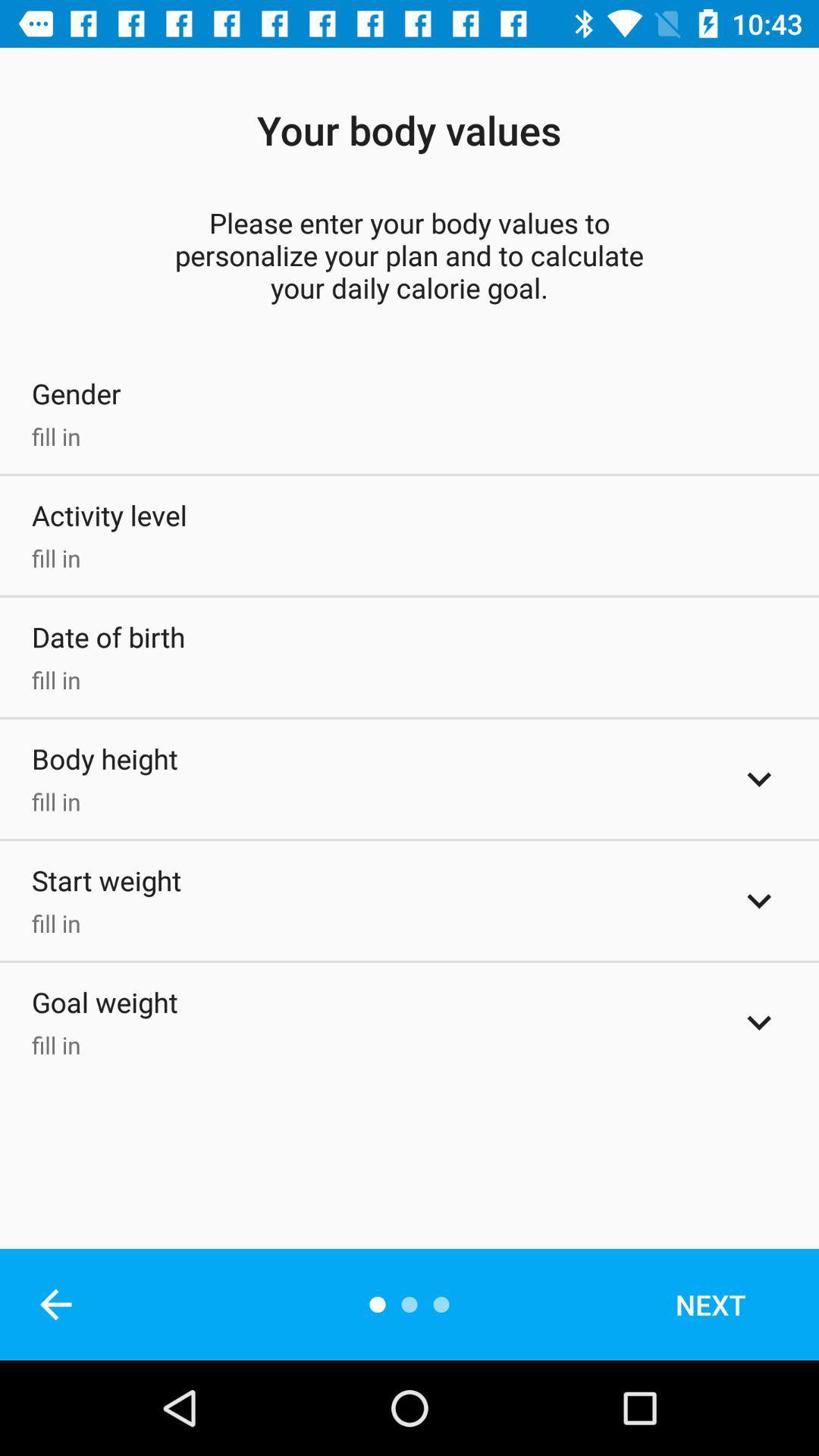  I want to click on the icon below fill in item, so click(55, 1304).